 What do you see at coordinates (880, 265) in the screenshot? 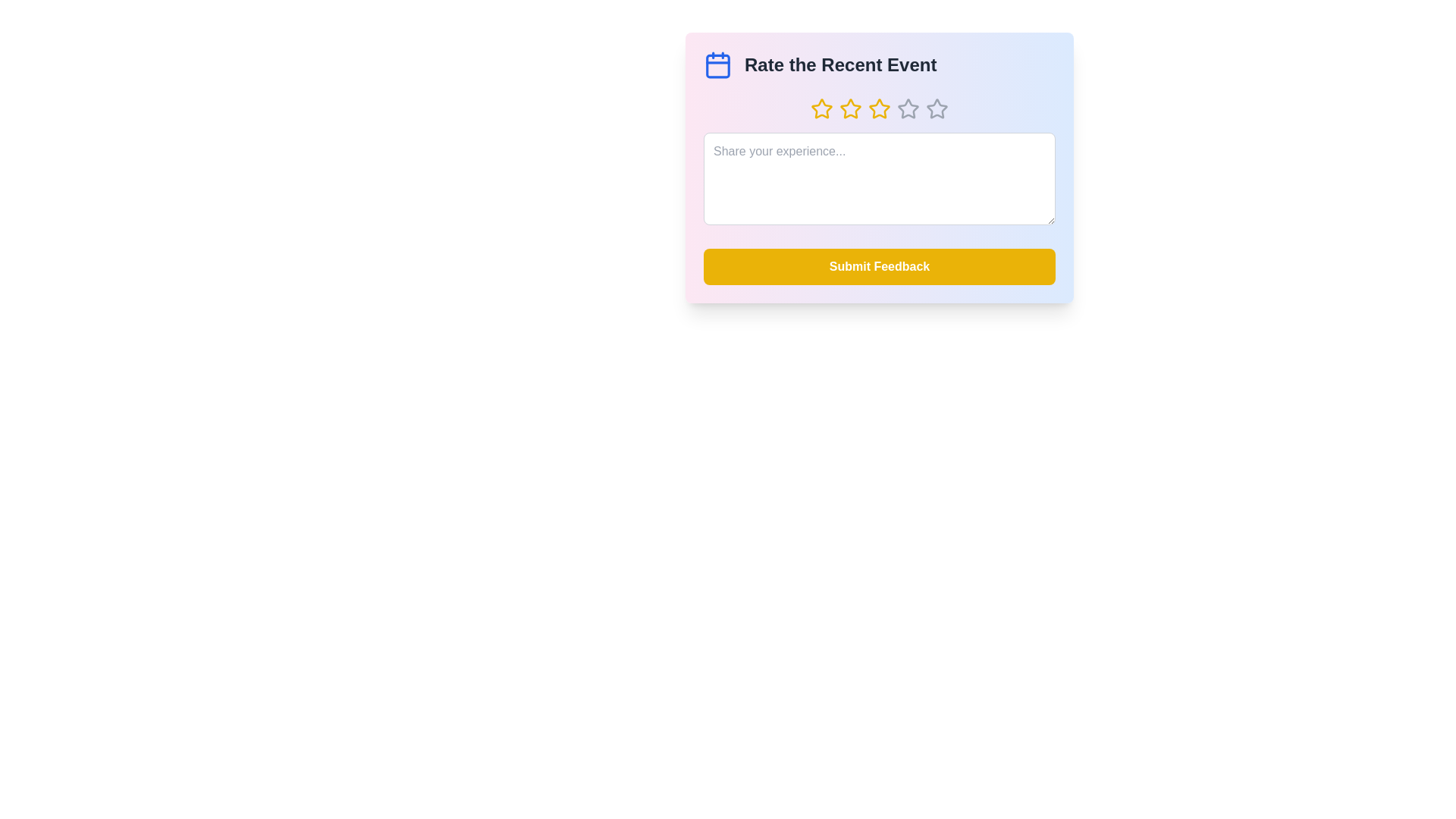
I see `the 'Submit Feedback' button to submit the feedback` at bounding box center [880, 265].